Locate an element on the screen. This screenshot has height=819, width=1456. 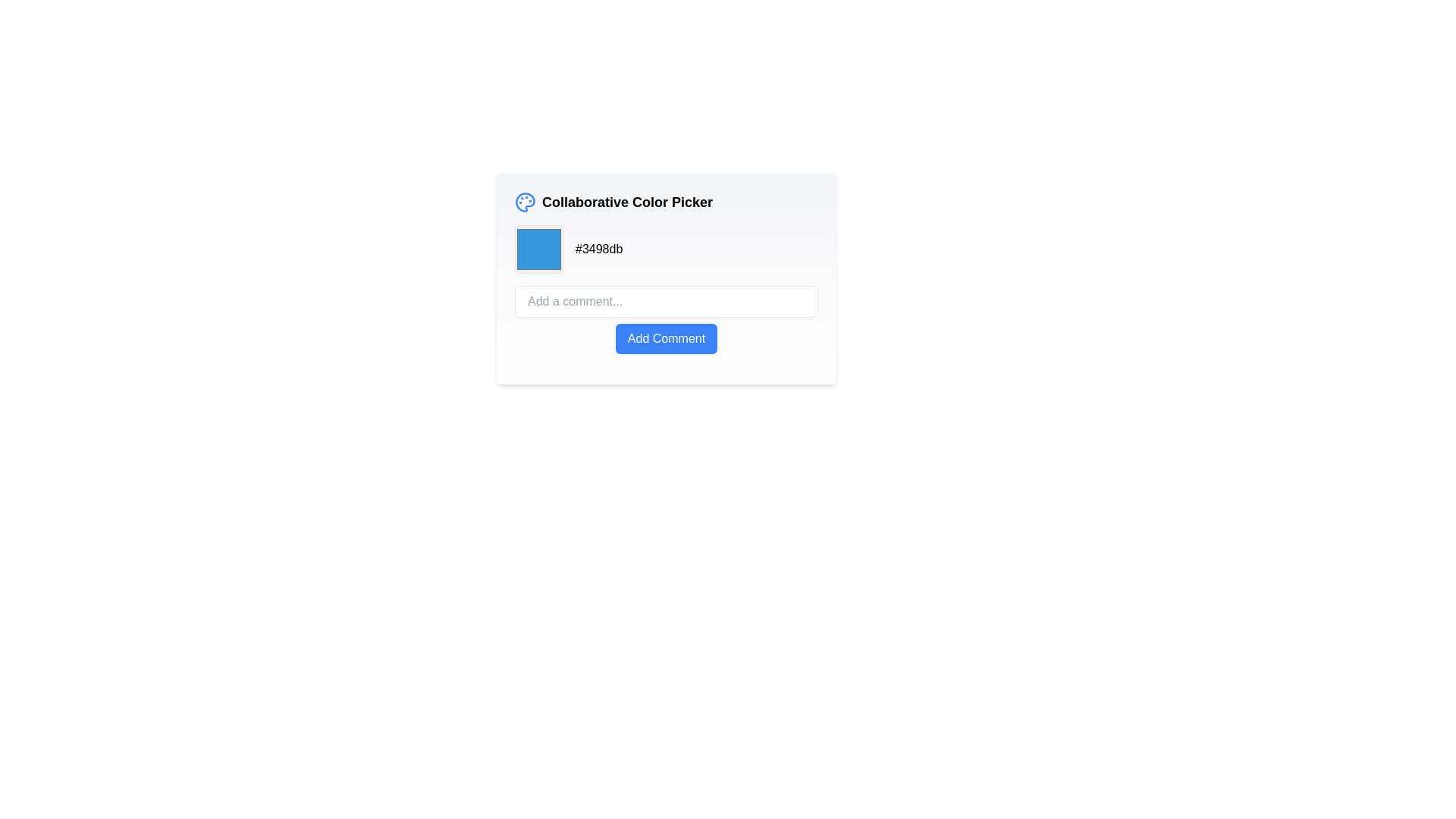
displayed text 'Collaborative Color Picker' from the prominent title text label, which is bold and large, positioned to the right of a palette icon is located at coordinates (627, 201).